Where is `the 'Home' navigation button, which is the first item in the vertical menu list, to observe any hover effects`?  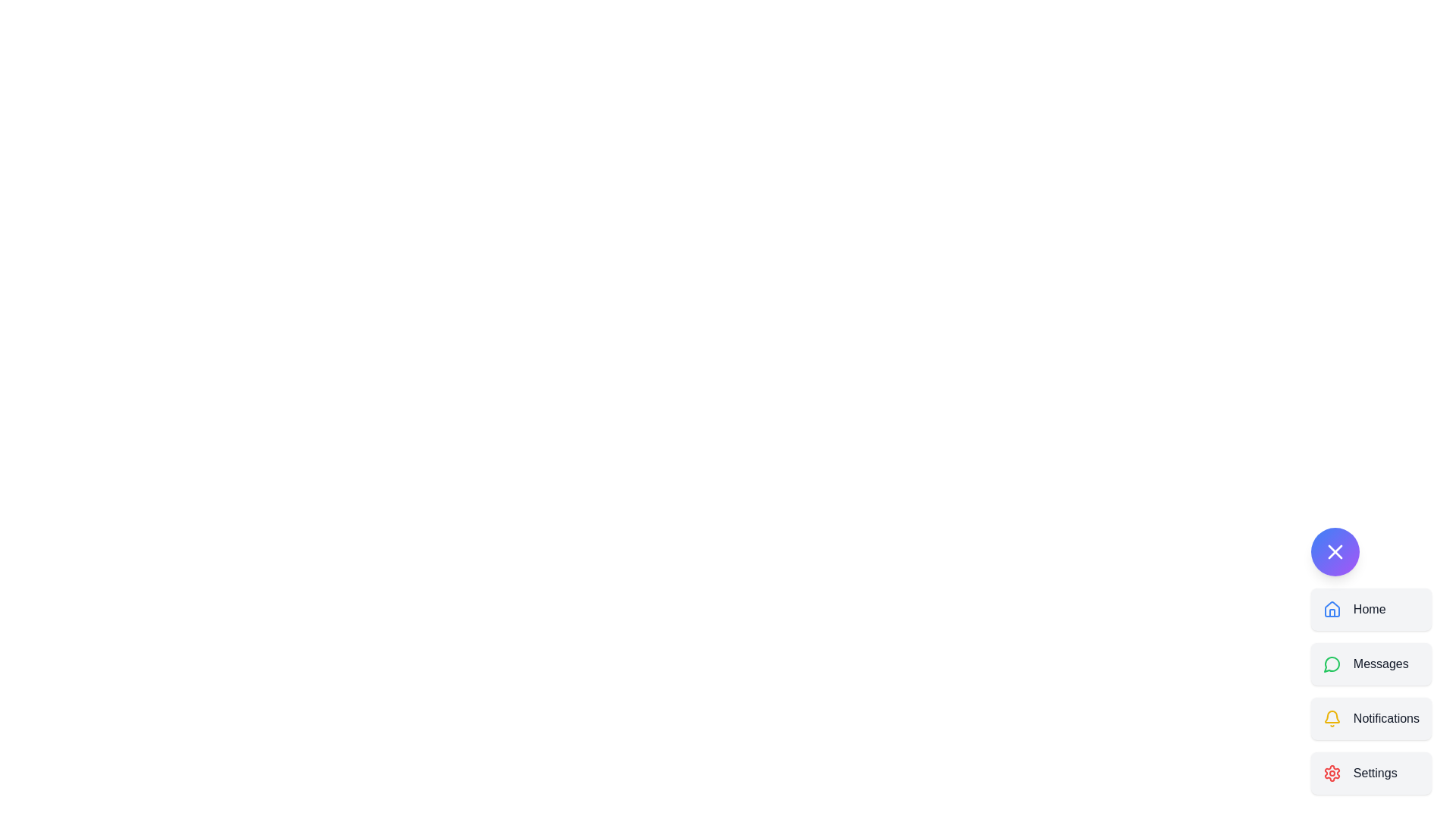 the 'Home' navigation button, which is the first item in the vertical menu list, to observe any hover effects is located at coordinates (1371, 608).